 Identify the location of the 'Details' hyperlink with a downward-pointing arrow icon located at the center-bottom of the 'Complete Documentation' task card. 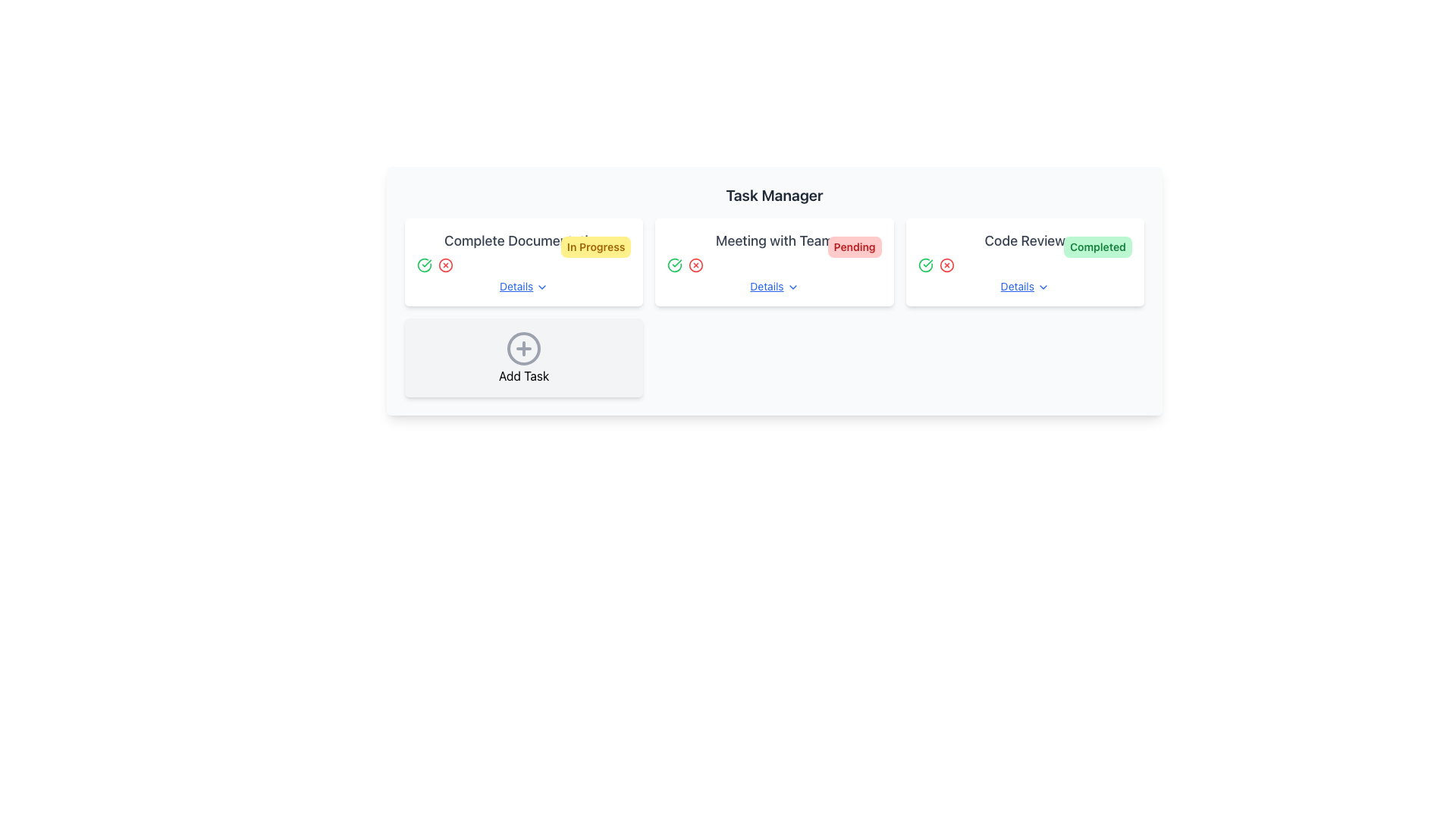
(524, 287).